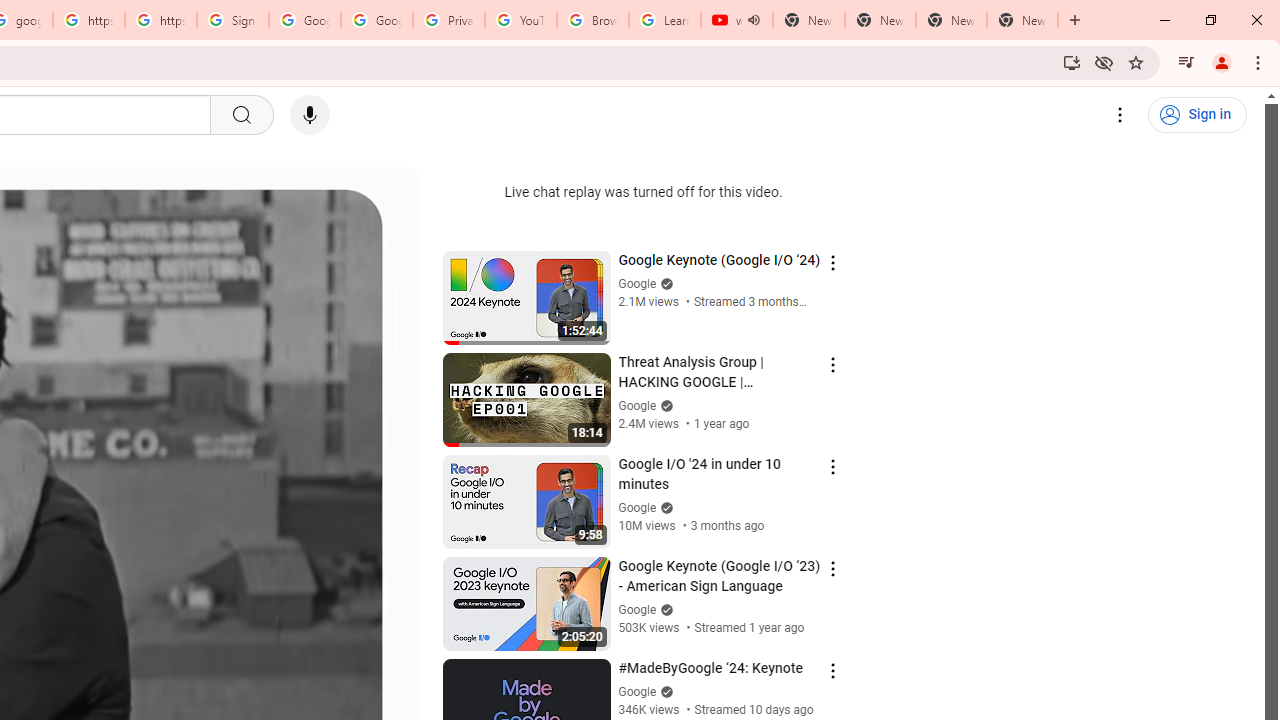  Describe the element at coordinates (232, 20) in the screenshot. I see `'Sign in - Google Accounts'` at that location.